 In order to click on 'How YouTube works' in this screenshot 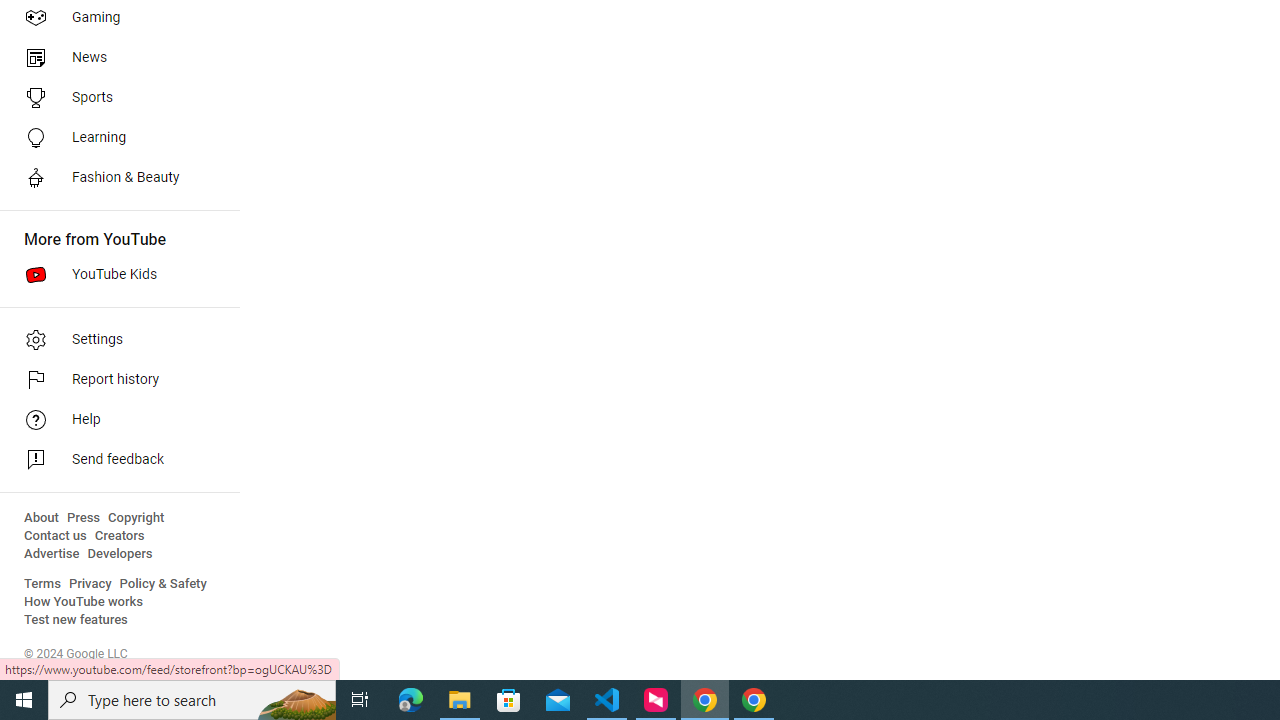, I will do `click(82, 601)`.